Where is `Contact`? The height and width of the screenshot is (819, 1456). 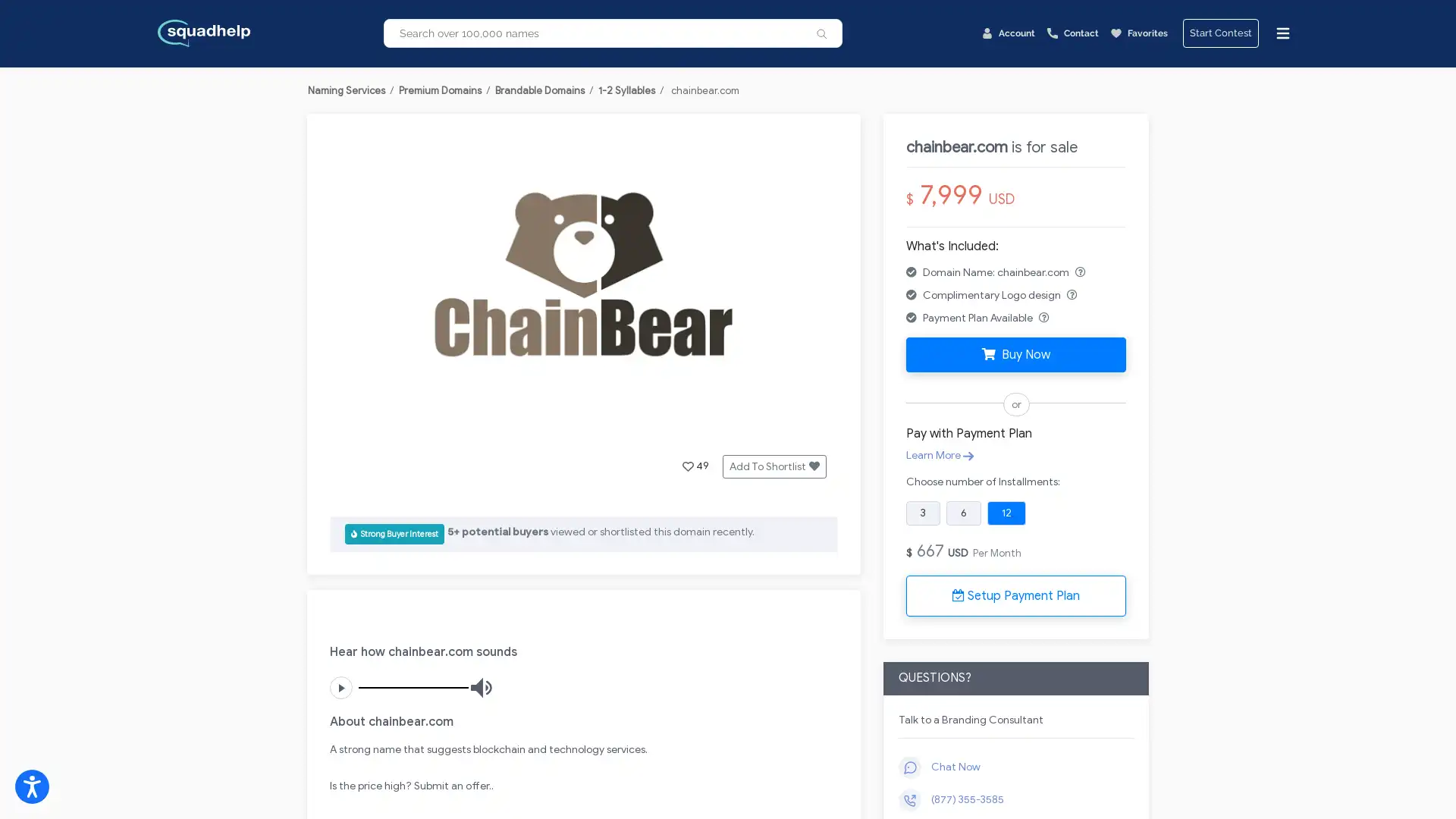
Contact is located at coordinates (1072, 33).